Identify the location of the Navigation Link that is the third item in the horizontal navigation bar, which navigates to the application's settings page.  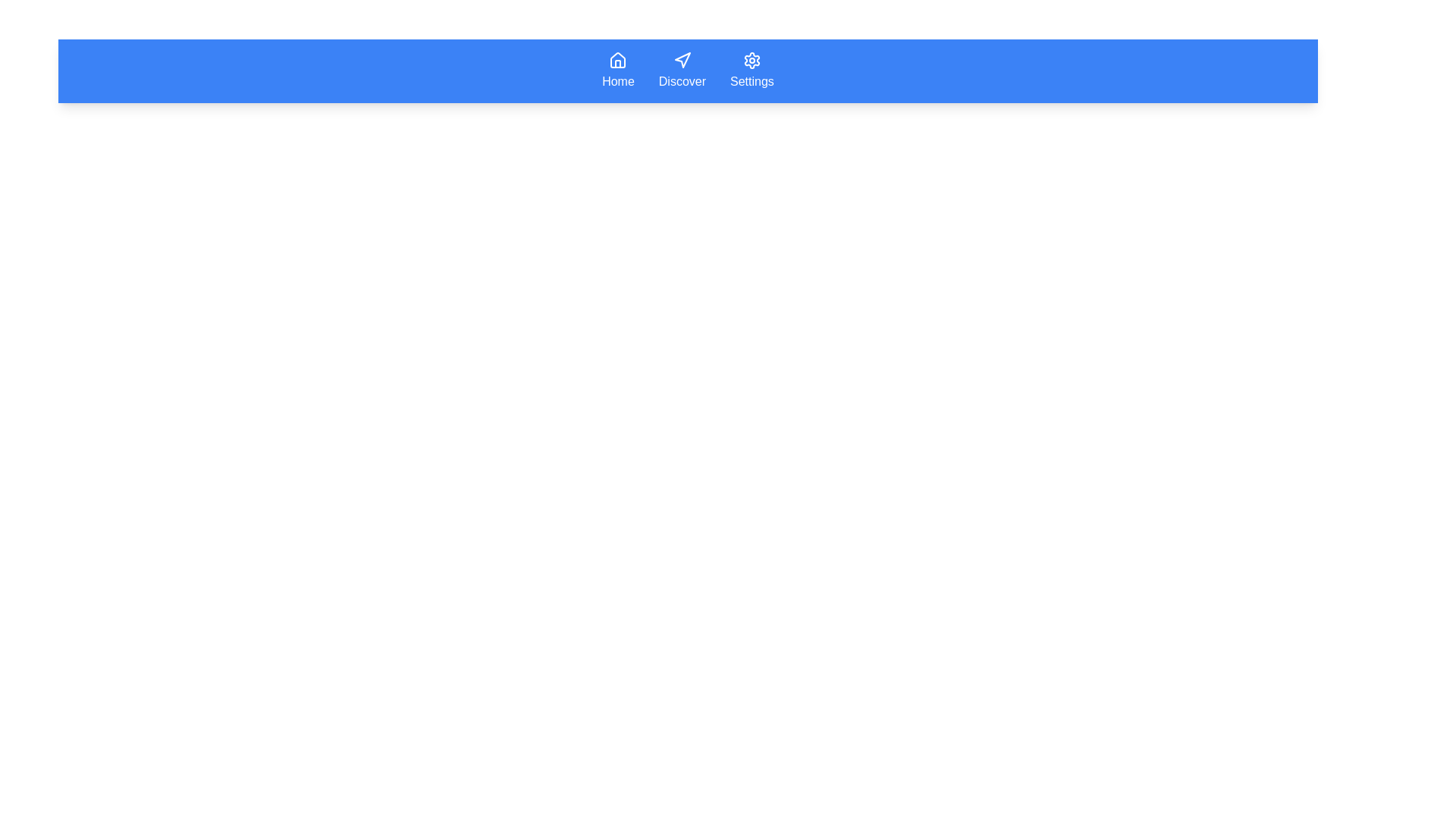
(752, 71).